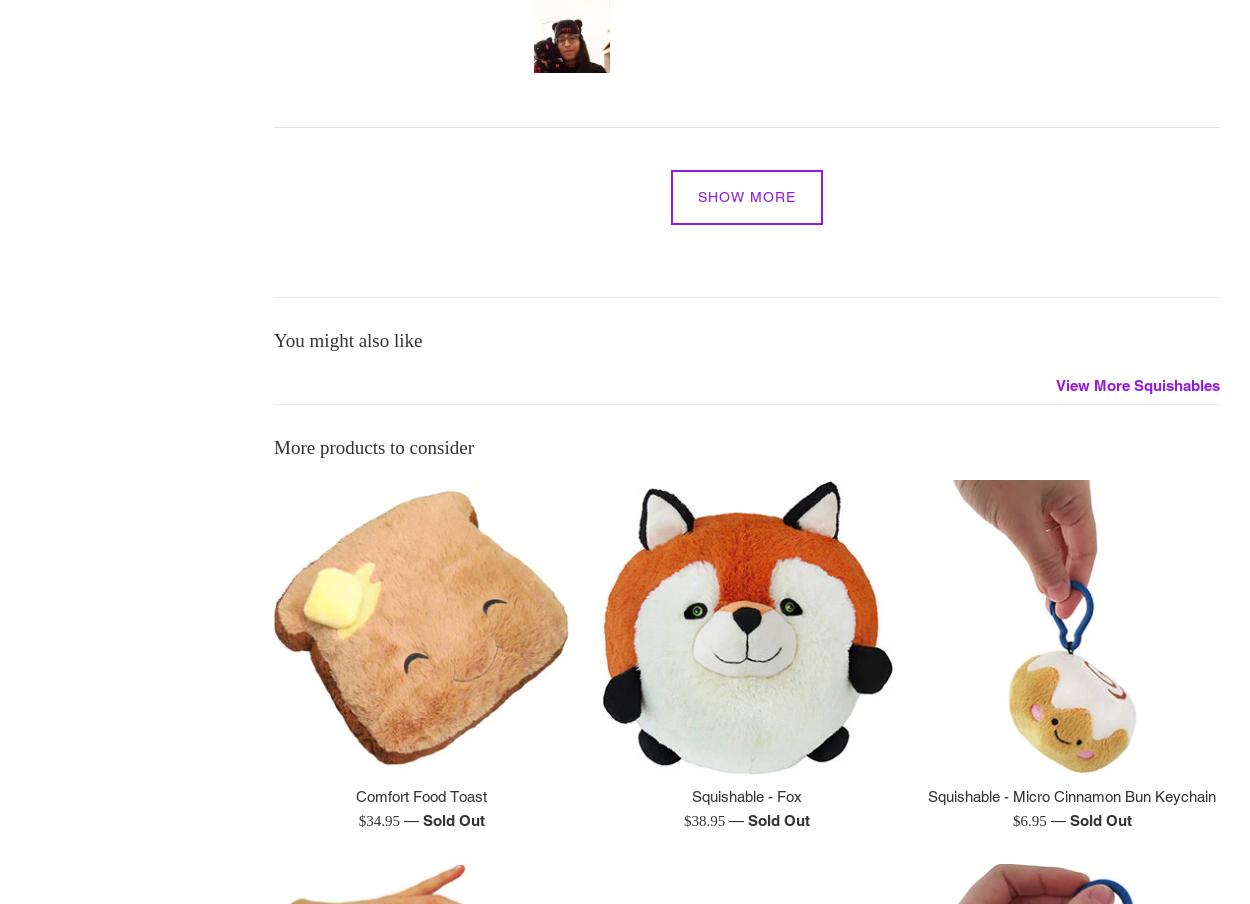 The height and width of the screenshot is (904, 1250). What do you see at coordinates (697, 196) in the screenshot?
I see `'Show More'` at bounding box center [697, 196].